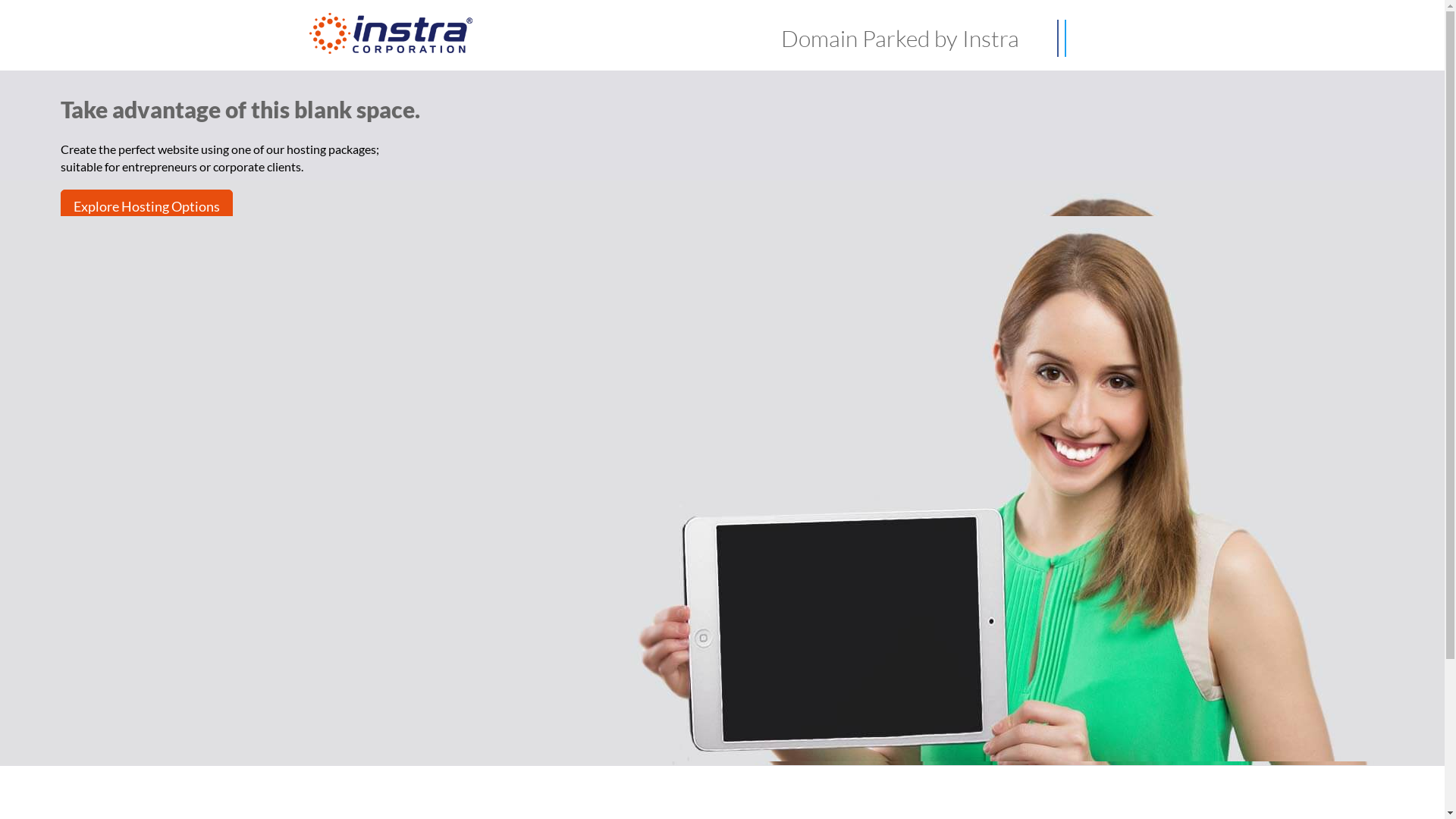 Image resolution: width=1456 pixels, height=819 pixels. Describe the element at coordinates (146, 206) in the screenshot. I see `'Explore Hosting Options'` at that location.